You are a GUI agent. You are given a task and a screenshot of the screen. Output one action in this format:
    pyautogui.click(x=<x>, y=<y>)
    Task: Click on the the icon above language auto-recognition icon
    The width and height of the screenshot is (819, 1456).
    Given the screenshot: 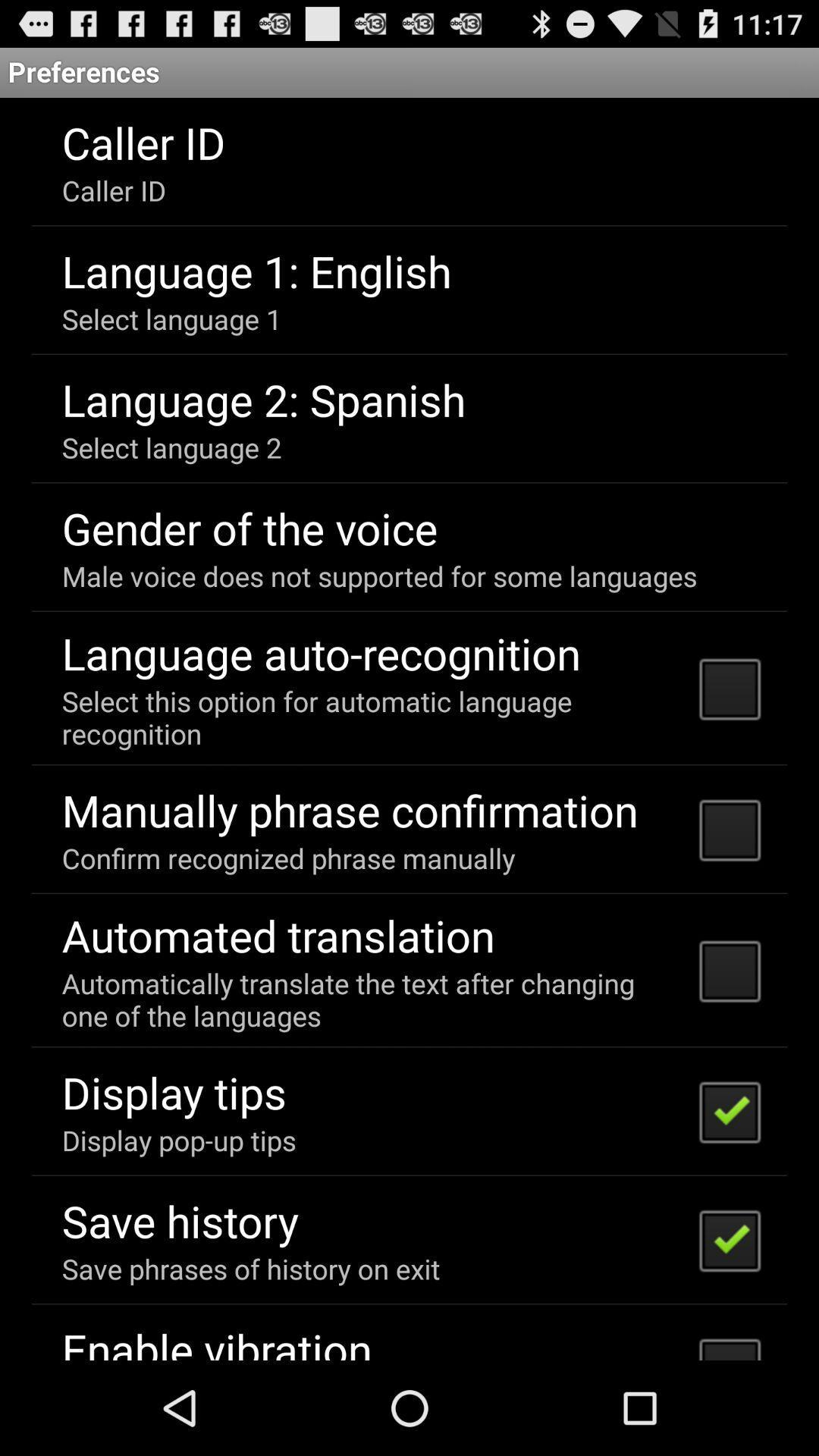 What is the action you would take?
    pyautogui.click(x=378, y=575)
    